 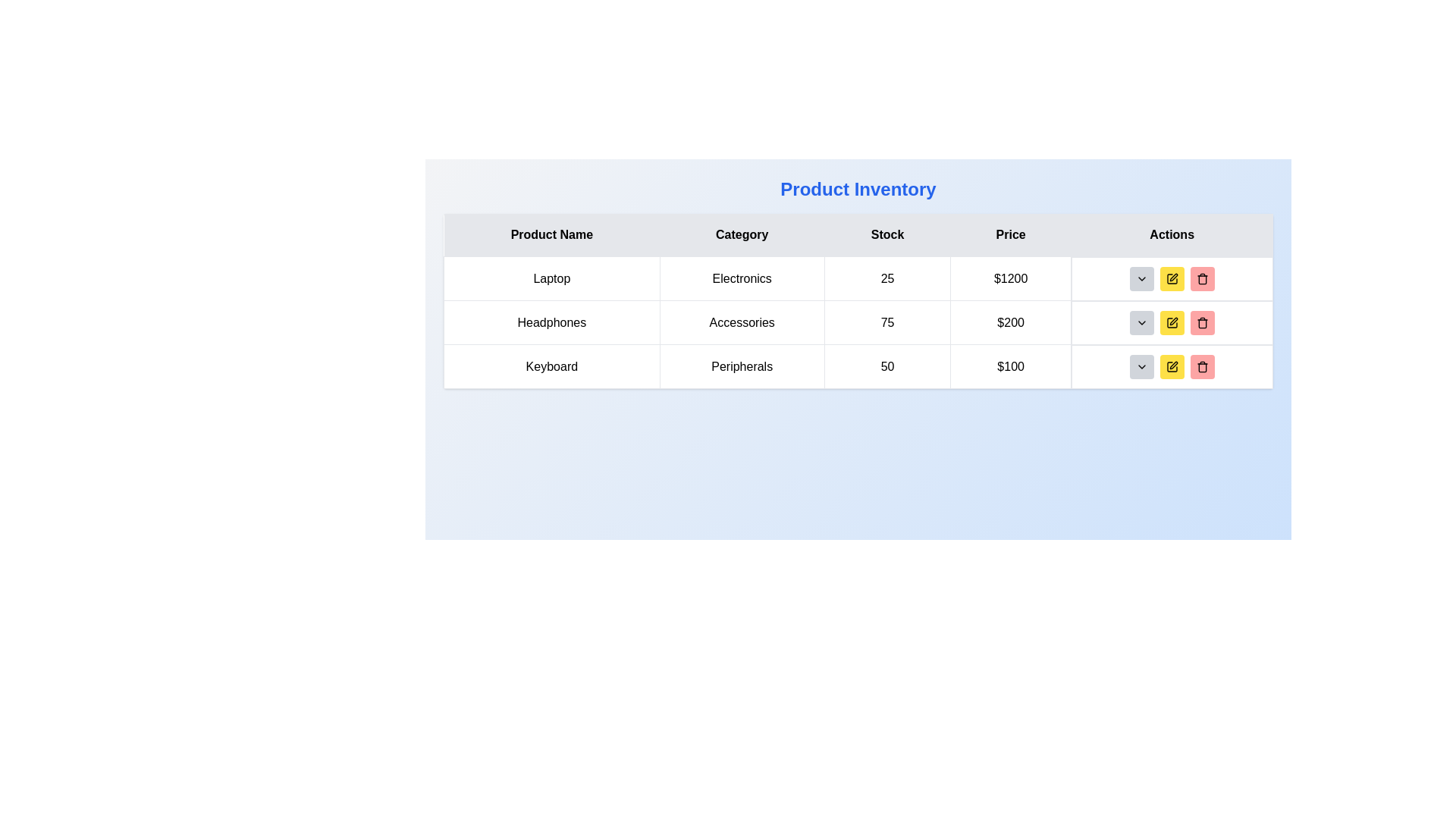 What do you see at coordinates (1171, 366) in the screenshot?
I see `the editing button, which is the second button from the left in the 'Actions' column of the last row of the table` at bounding box center [1171, 366].